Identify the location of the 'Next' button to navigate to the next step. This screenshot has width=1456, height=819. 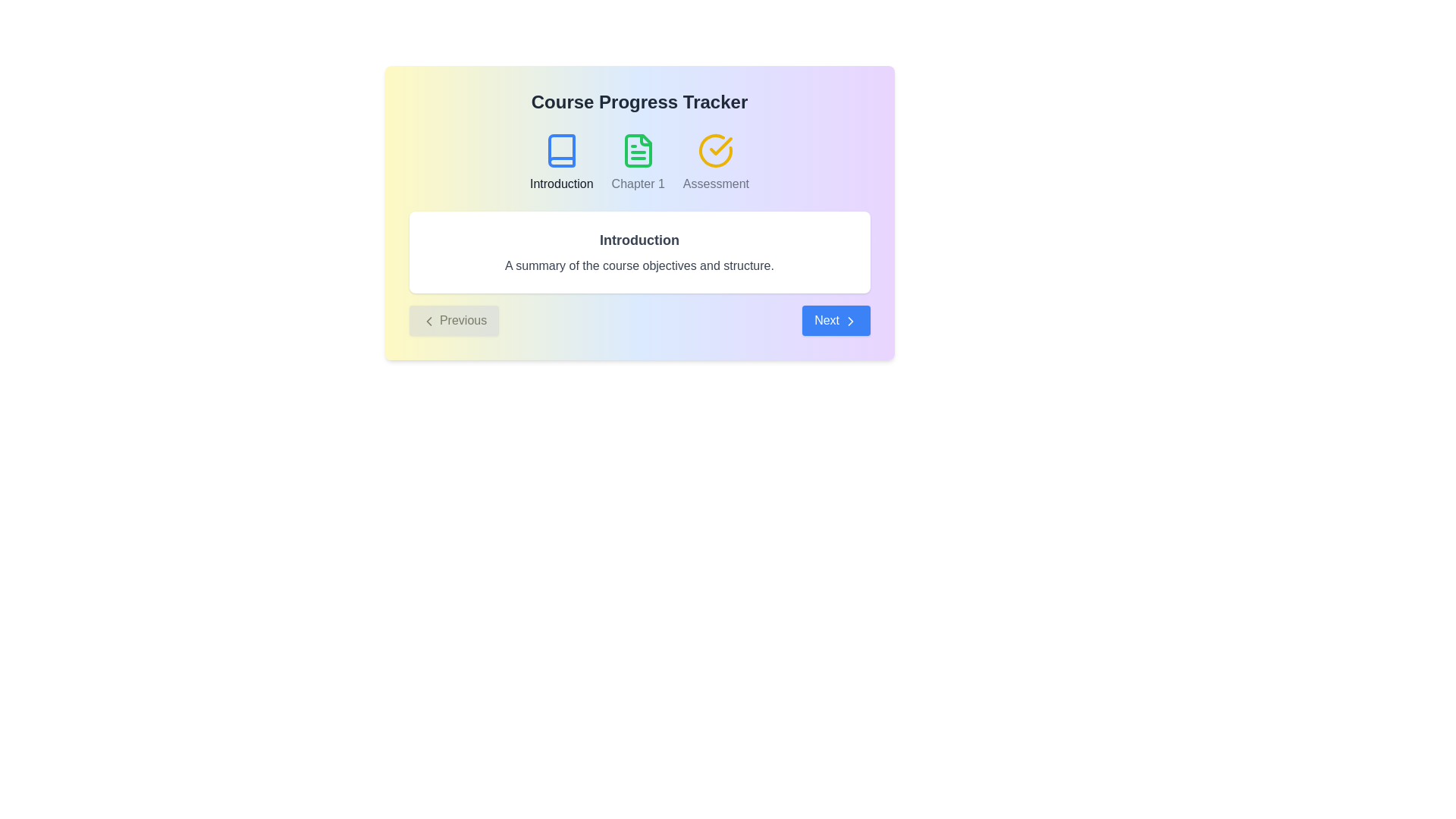
(835, 320).